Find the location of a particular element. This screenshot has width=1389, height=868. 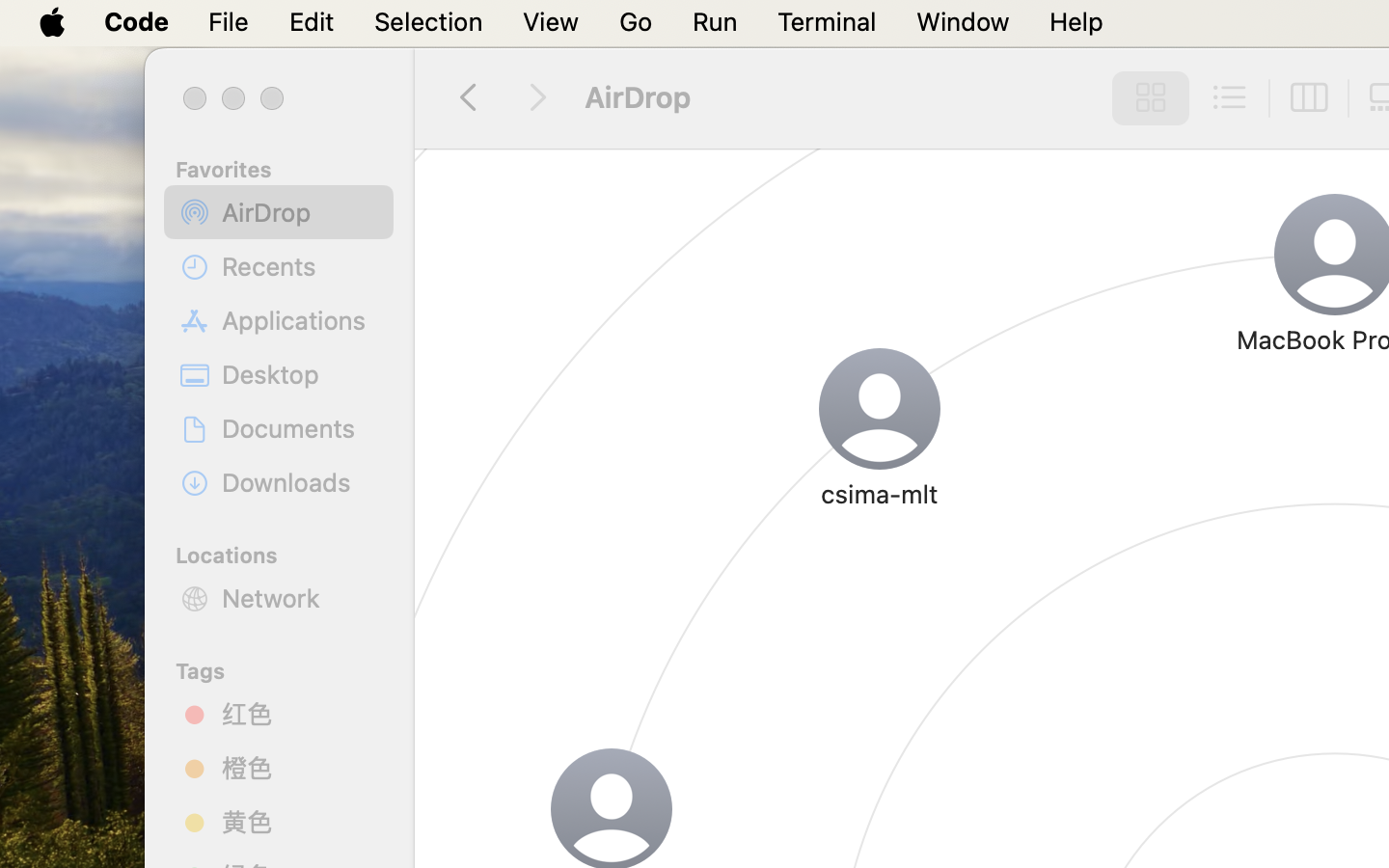

'Tags' is located at coordinates (288, 667).